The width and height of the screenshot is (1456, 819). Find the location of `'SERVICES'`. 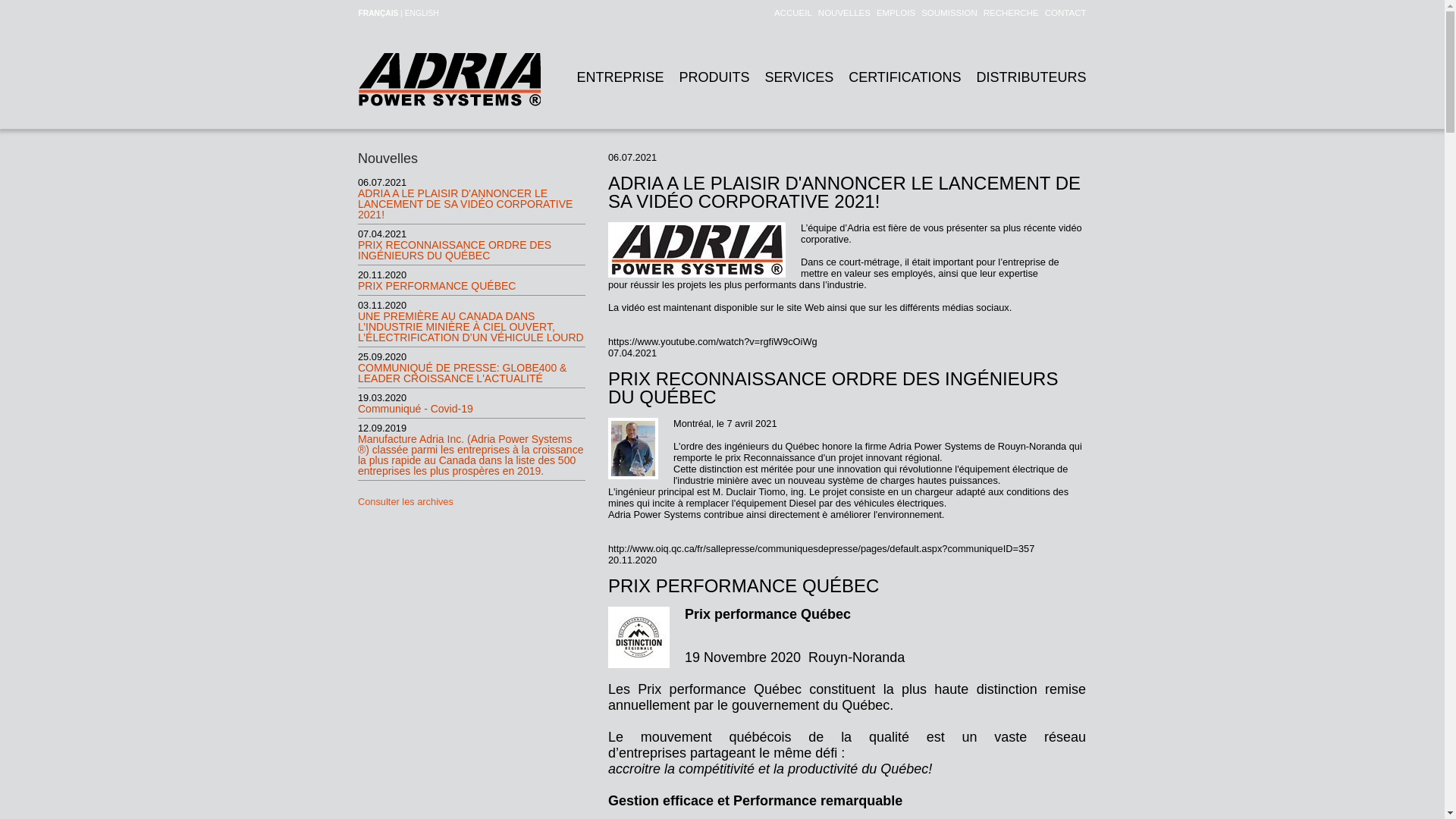

'SERVICES' is located at coordinates (798, 77).